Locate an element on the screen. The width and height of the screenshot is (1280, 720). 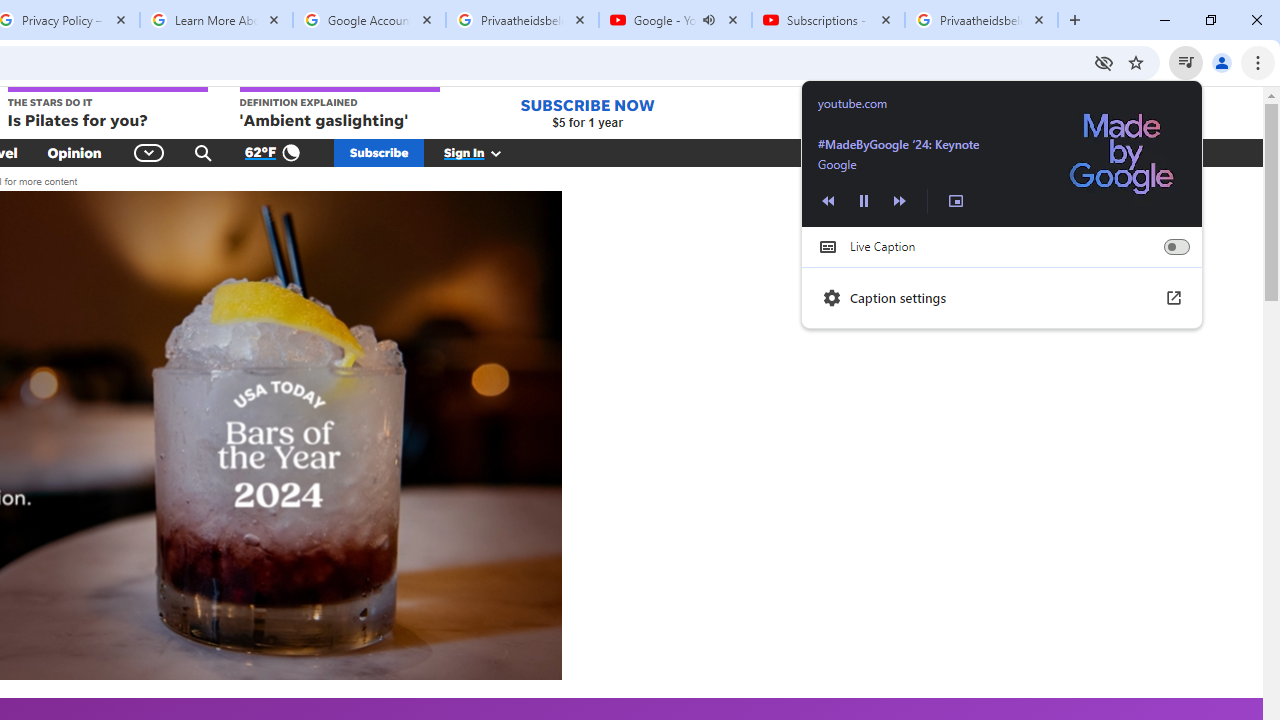
'Play' is located at coordinates (864, 200).